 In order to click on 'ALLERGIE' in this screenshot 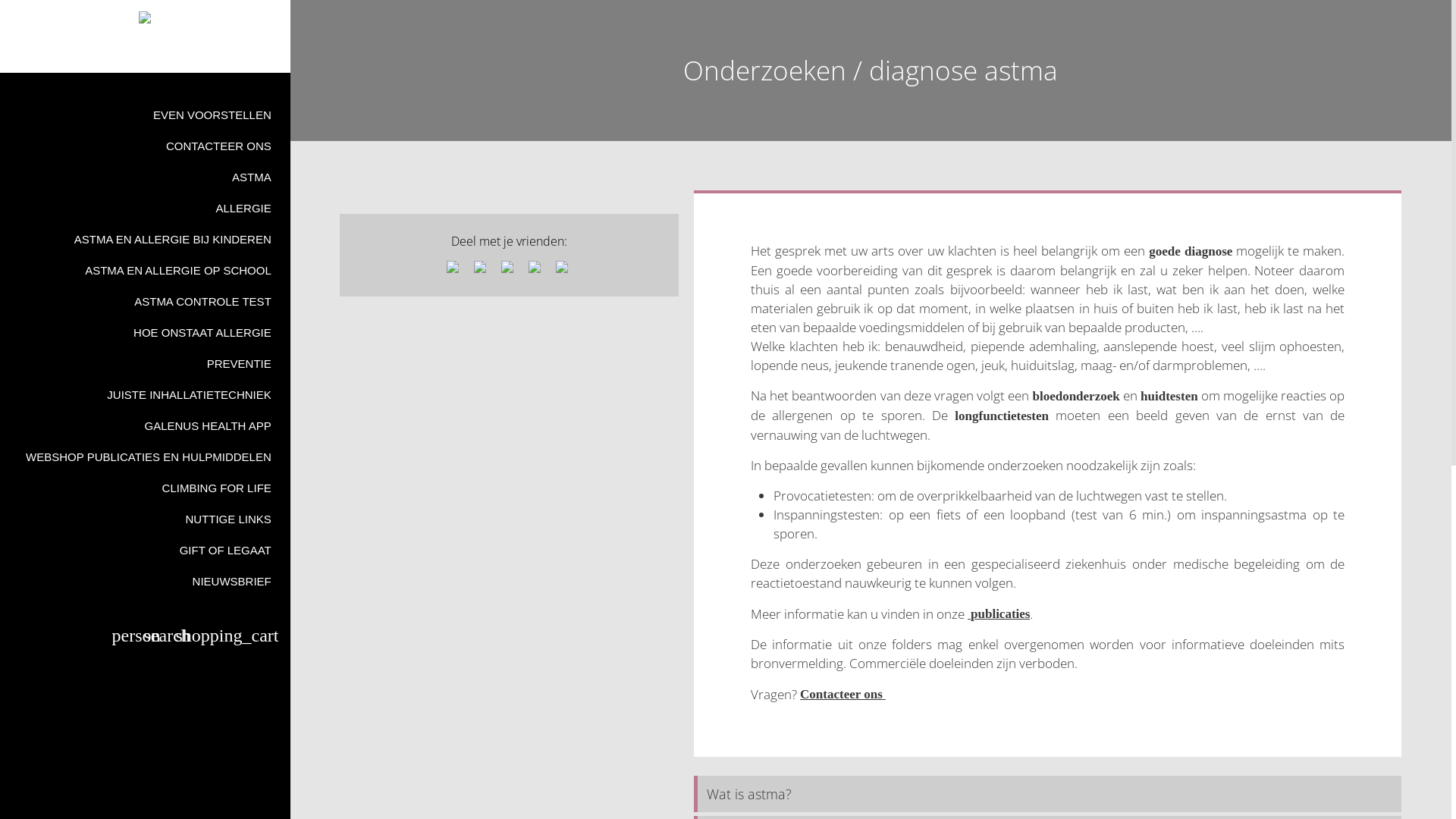, I will do `click(145, 208)`.